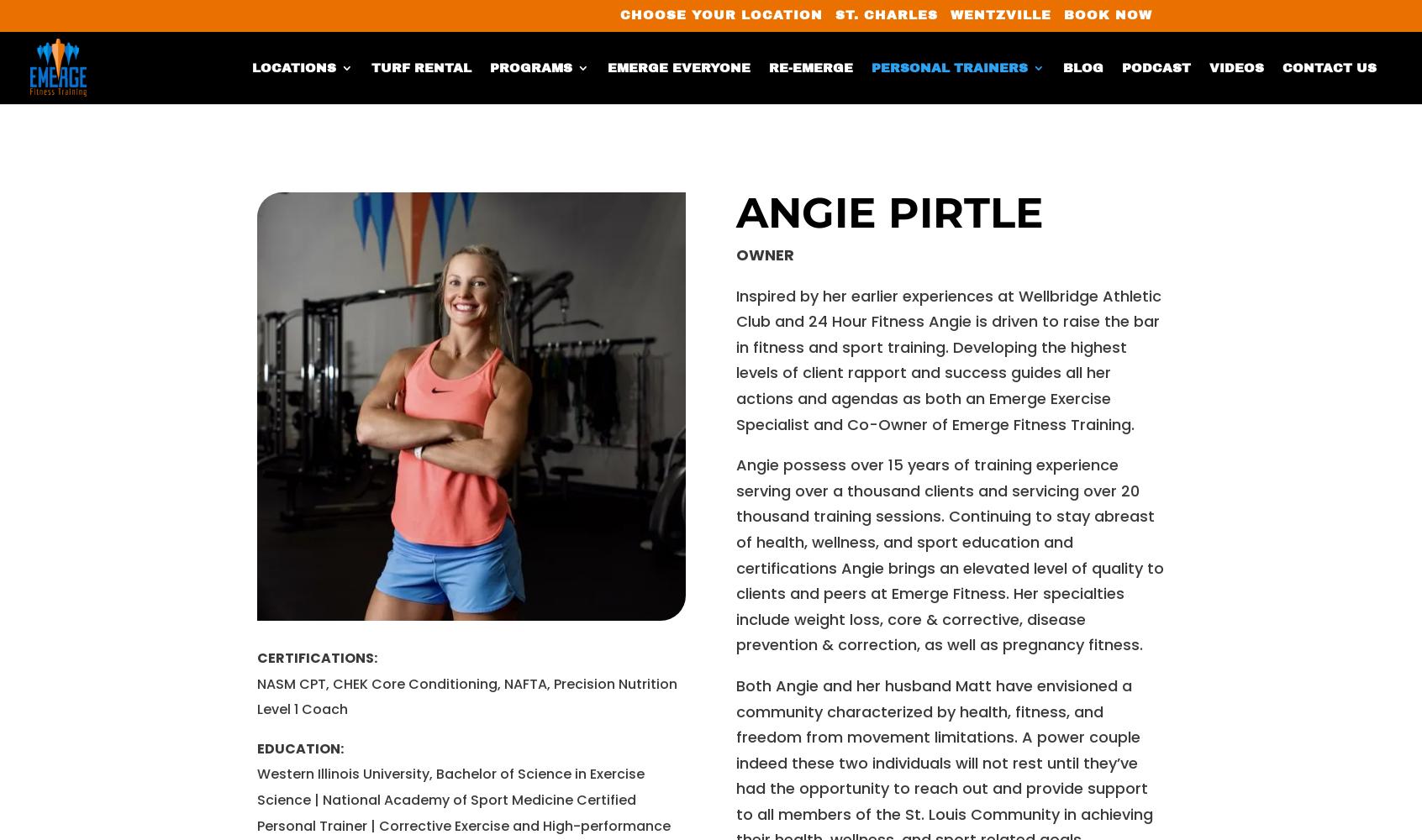 The image size is (1422, 840). Describe the element at coordinates (421, 66) in the screenshot. I see `'TURF RENTAL'` at that location.